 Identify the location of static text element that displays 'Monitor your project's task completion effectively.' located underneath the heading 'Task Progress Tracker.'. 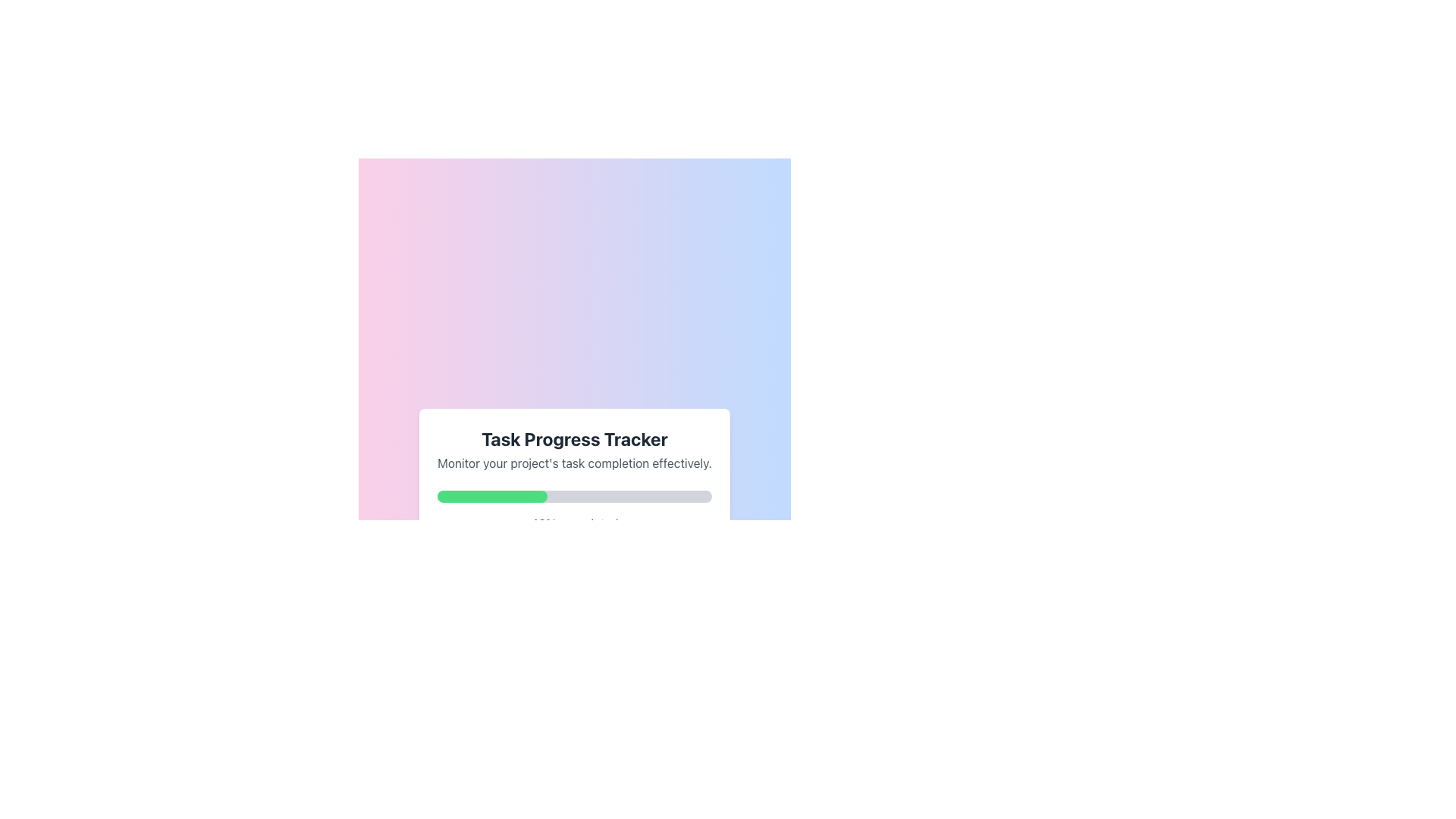
(574, 462).